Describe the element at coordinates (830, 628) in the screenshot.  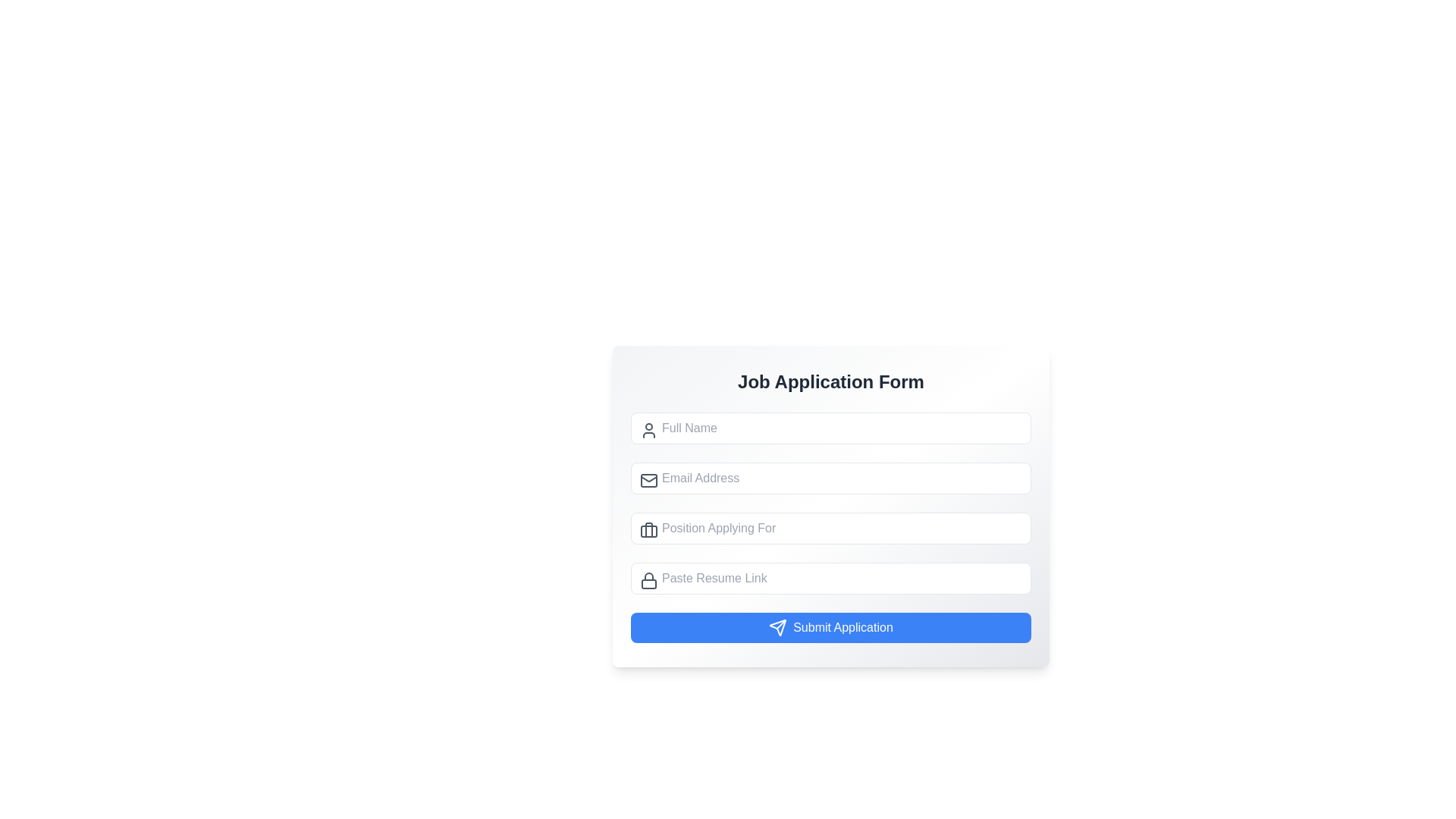
I see `the bright blue 'Submit Application' button with an upward arrow icon at the bottom of the Job Application Form` at that location.